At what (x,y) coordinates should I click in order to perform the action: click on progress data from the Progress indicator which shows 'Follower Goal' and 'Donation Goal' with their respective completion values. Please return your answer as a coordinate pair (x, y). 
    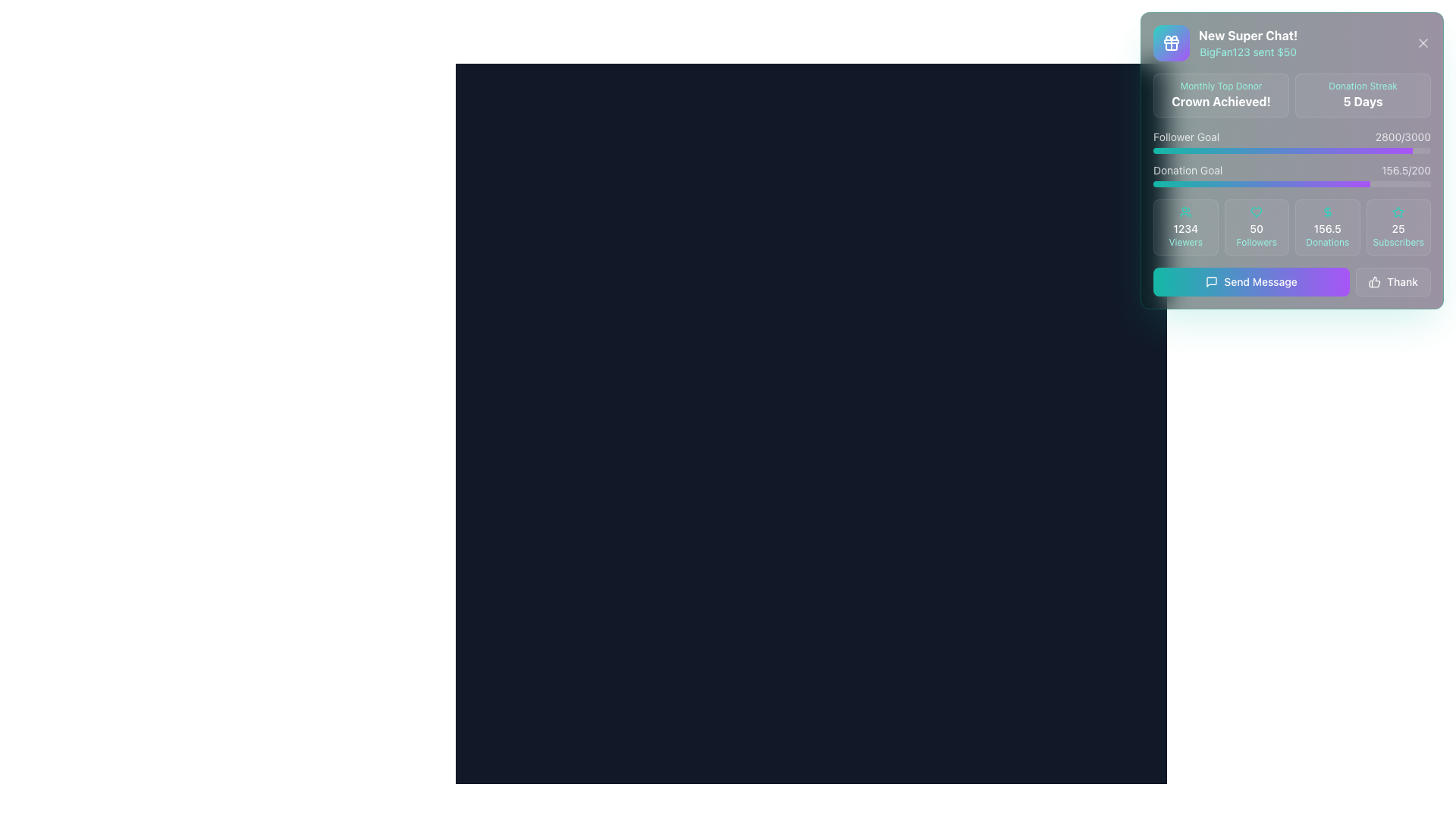
    Looking at the image, I should click on (1291, 158).